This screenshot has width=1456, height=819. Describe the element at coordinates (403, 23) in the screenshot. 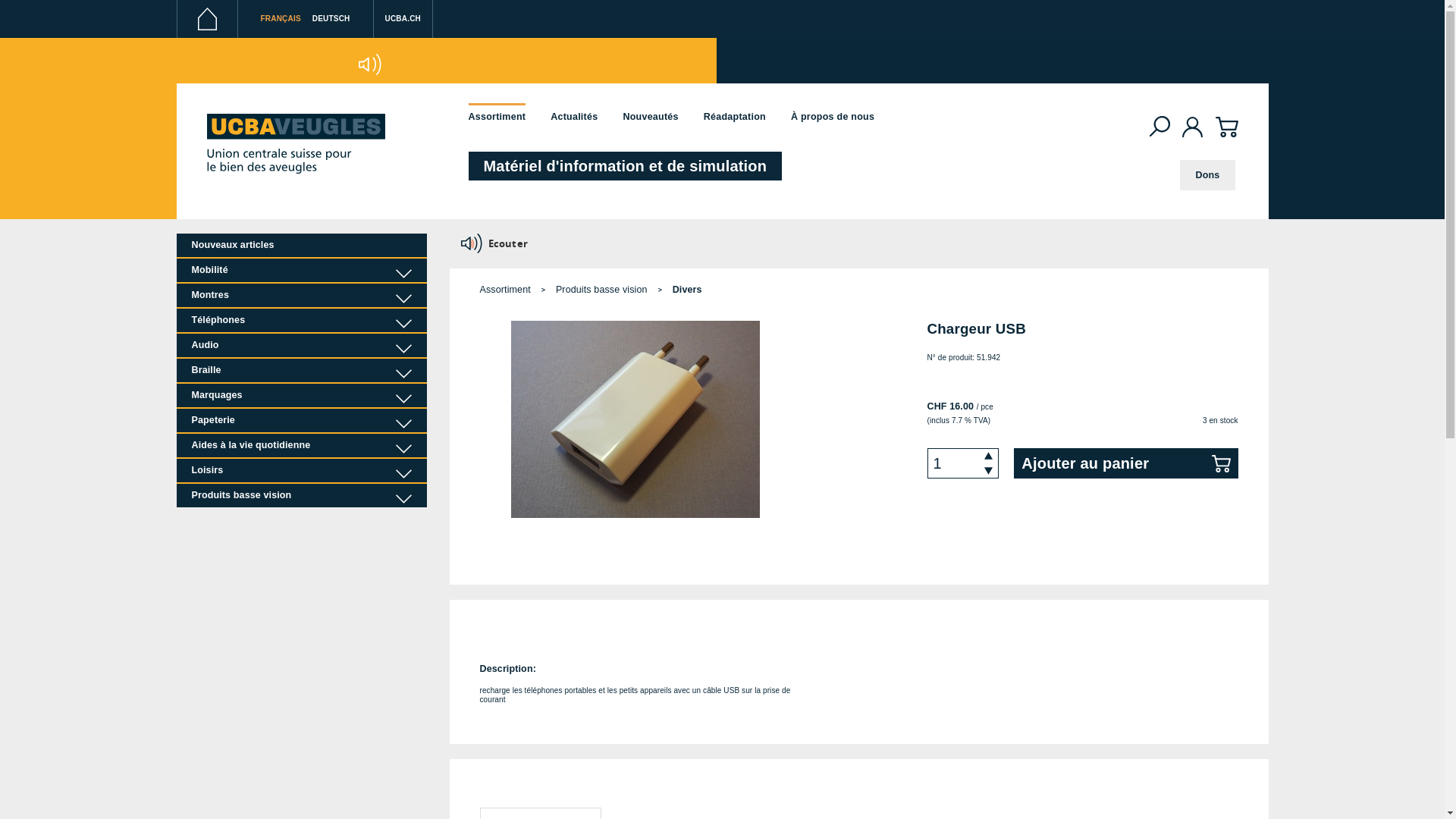

I see `'UCBA.CH'` at that location.